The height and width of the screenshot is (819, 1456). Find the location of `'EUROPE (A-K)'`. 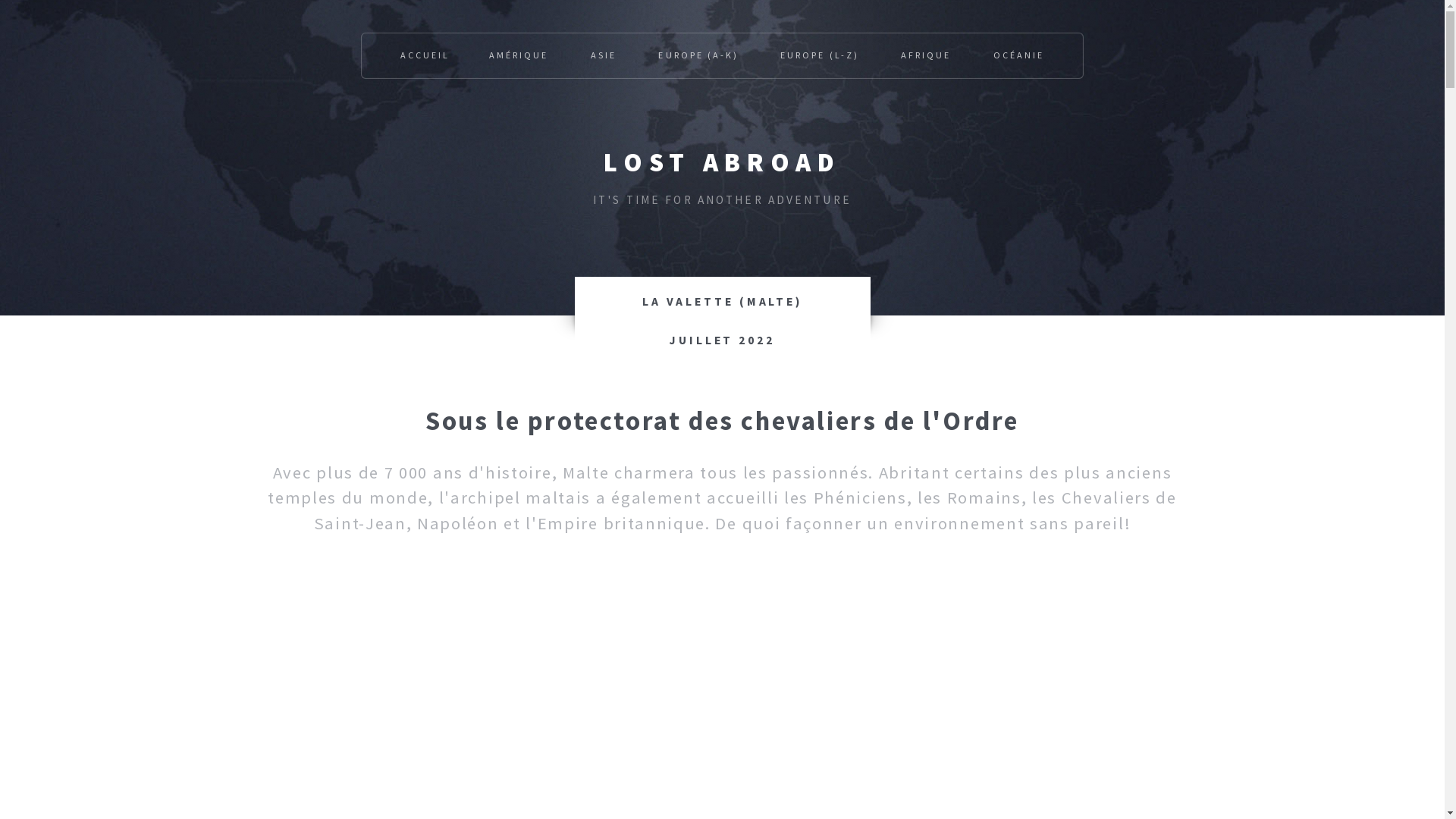

'EUROPE (A-K)' is located at coordinates (697, 55).